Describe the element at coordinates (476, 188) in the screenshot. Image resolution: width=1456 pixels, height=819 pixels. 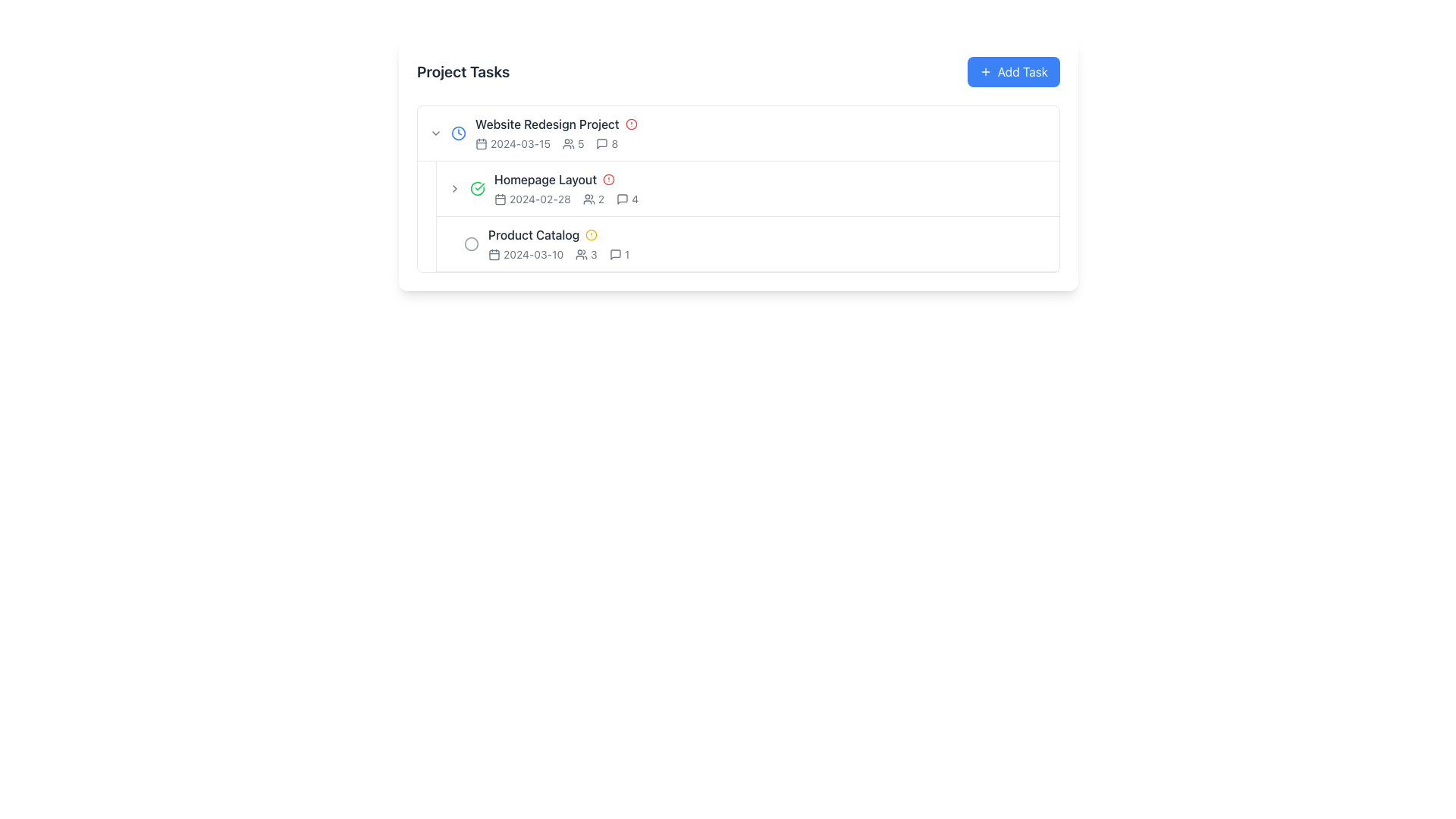
I see `the completion icon (SVG) located to the left of the task title text in the 'Homepage Layout' row` at that location.